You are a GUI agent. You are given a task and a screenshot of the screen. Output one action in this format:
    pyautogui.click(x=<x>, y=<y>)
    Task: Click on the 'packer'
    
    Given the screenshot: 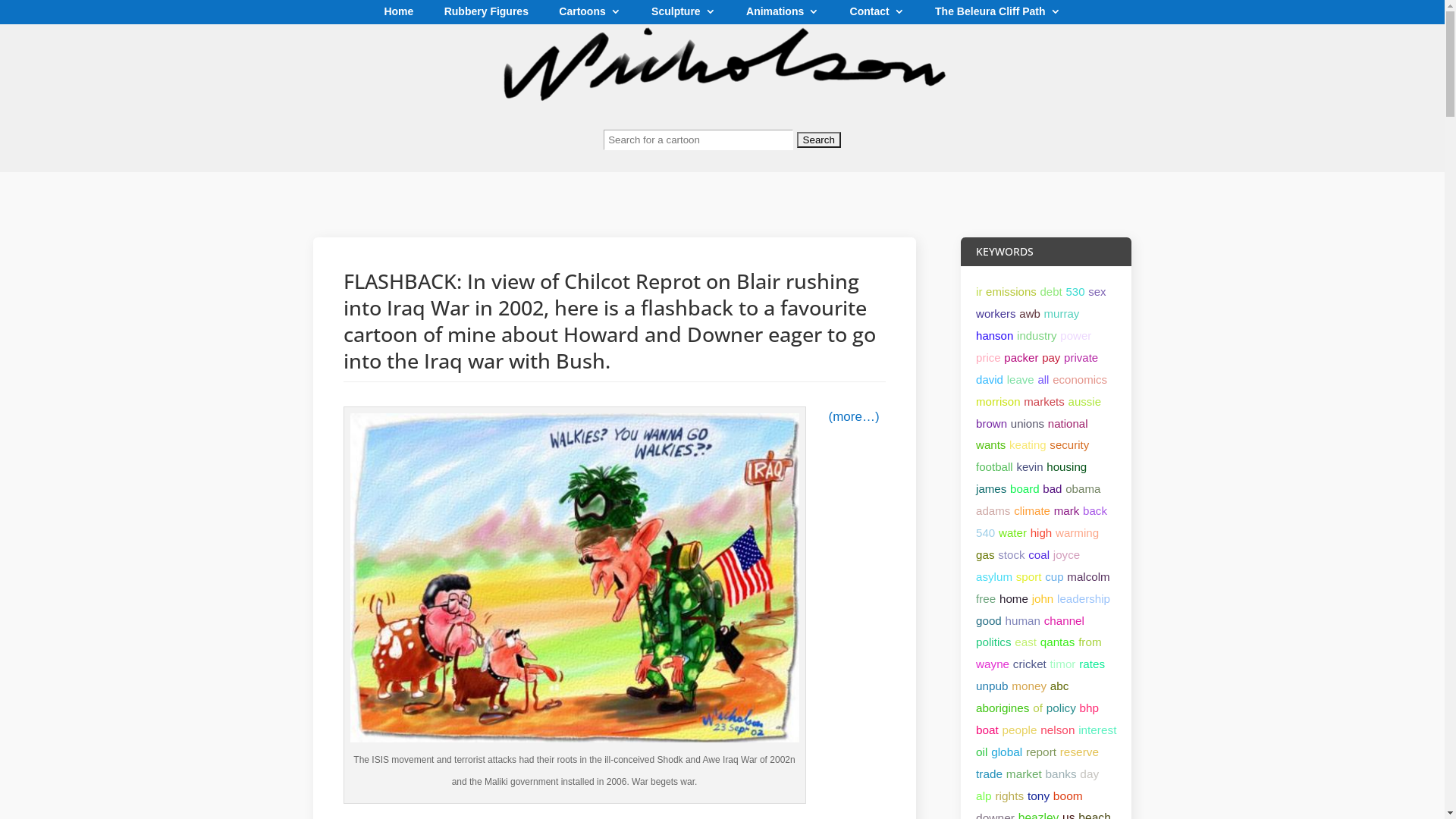 What is the action you would take?
    pyautogui.click(x=1021, y=357)
    